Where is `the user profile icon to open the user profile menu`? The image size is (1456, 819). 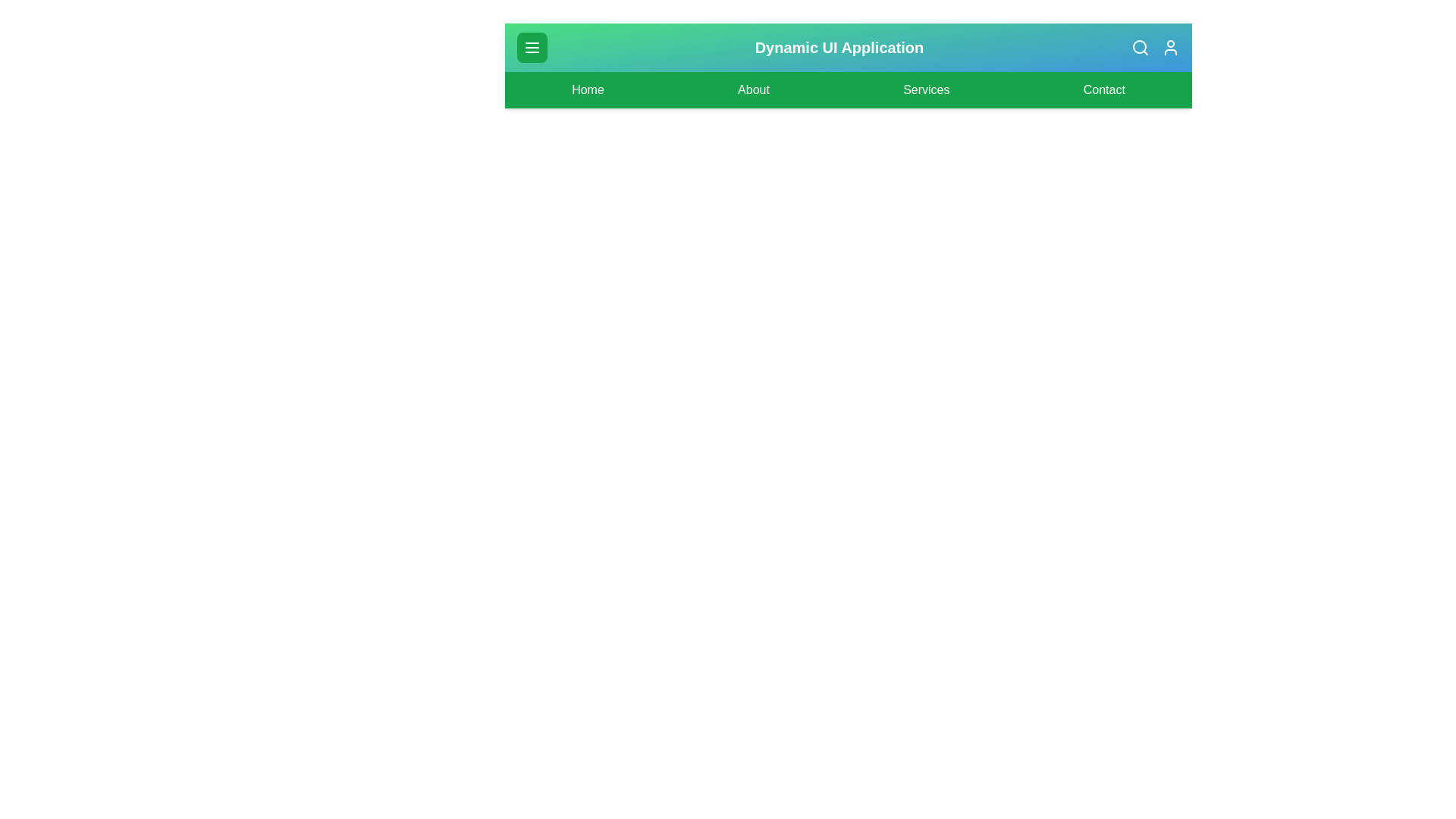 the user profile icon to open the user profile menu is located at coordinates (1170, 46).